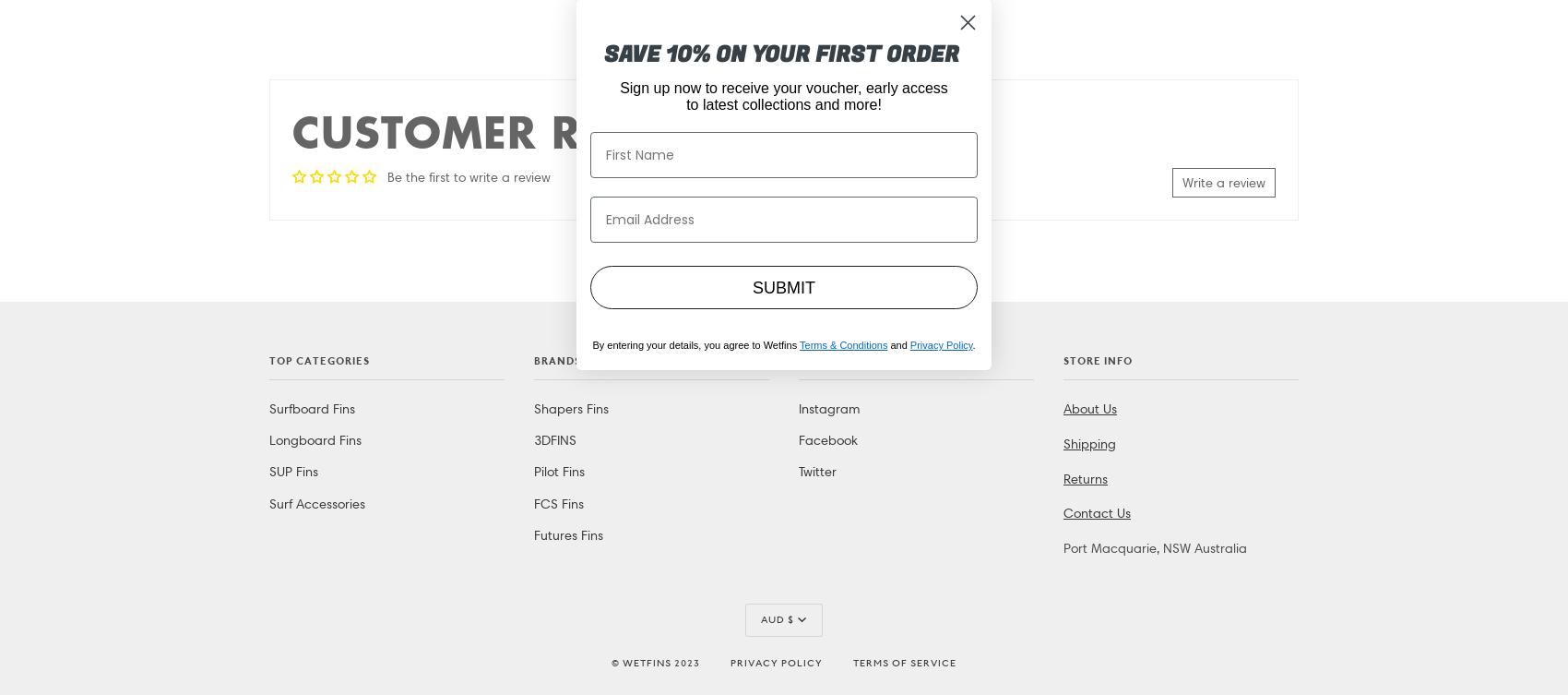 This screenshot has height=695, width=1568. Describe the element at coordinates (784, 127) in the screenshot. I see `'CHF CHF'` at that location.